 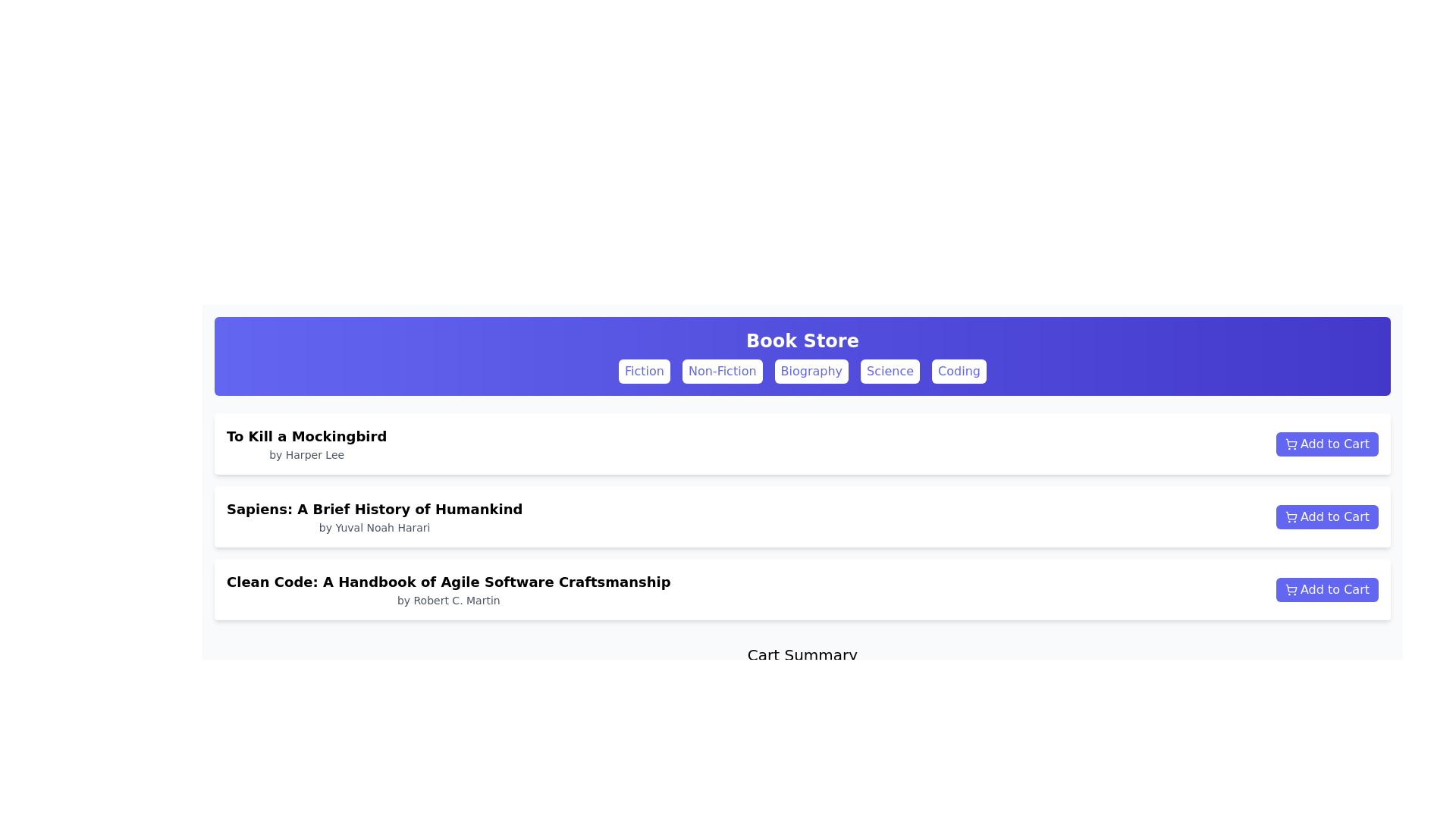 What do you see at coordinates (959, 371) in the screenshot?
I see `the fifth button in the horizontal list under the title 'Book Store'` at bounding box center [959, 371].